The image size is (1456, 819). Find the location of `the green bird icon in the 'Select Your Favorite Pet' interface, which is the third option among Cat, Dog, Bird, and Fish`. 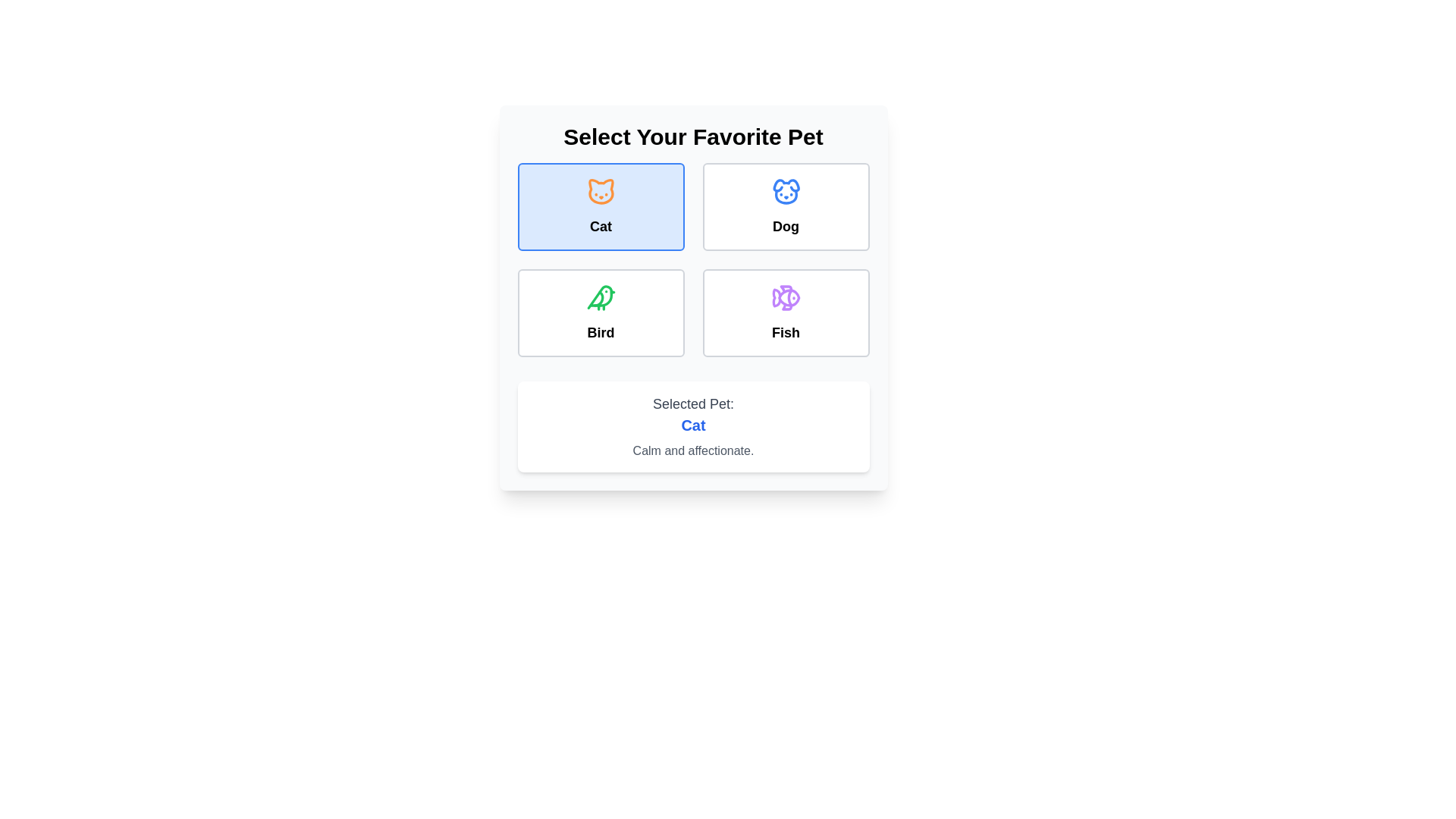

the green bird icon in the 'Select Your Favorite Pet' interface, which is the third option among Cat, Dog, Bird, and Fish is located at coordinates (598, 297).